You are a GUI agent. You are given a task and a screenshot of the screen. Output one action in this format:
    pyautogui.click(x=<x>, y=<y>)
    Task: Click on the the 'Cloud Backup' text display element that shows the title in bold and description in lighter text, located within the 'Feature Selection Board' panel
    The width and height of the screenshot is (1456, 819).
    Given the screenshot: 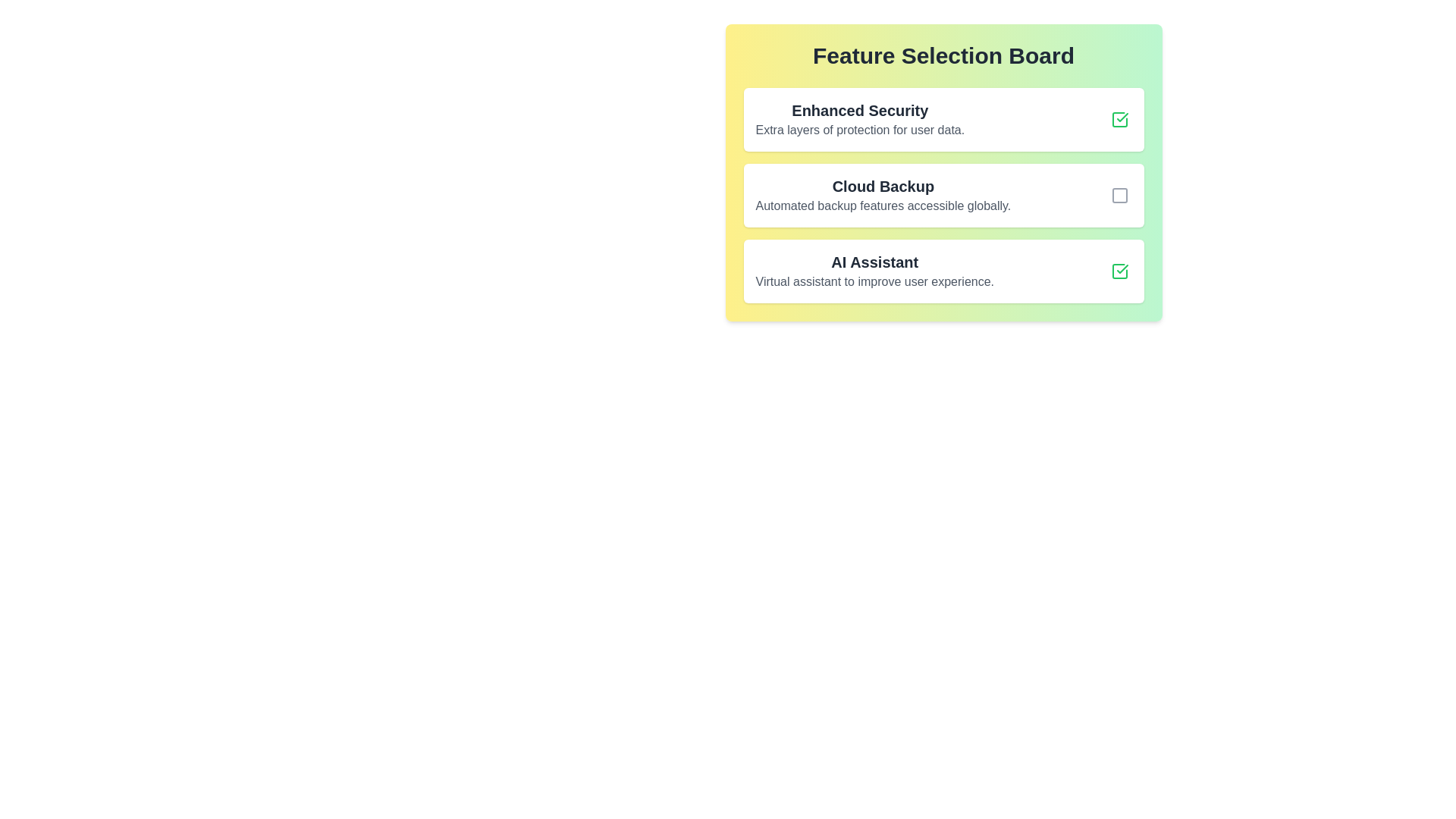 What is the action you would take?
    pyautogui.click(x=883, y=195)
    